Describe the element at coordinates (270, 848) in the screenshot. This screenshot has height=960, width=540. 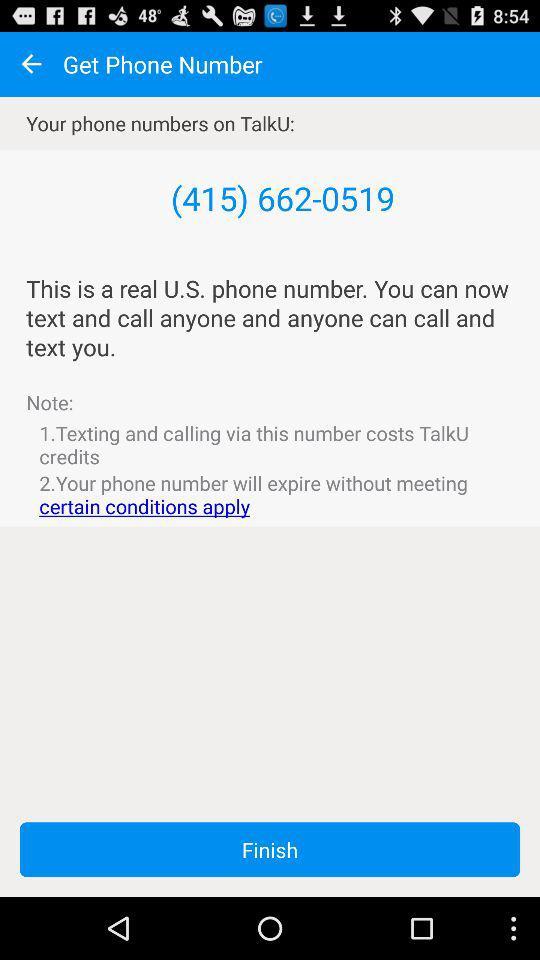
I see `app below the 2 your phone app` at that location.